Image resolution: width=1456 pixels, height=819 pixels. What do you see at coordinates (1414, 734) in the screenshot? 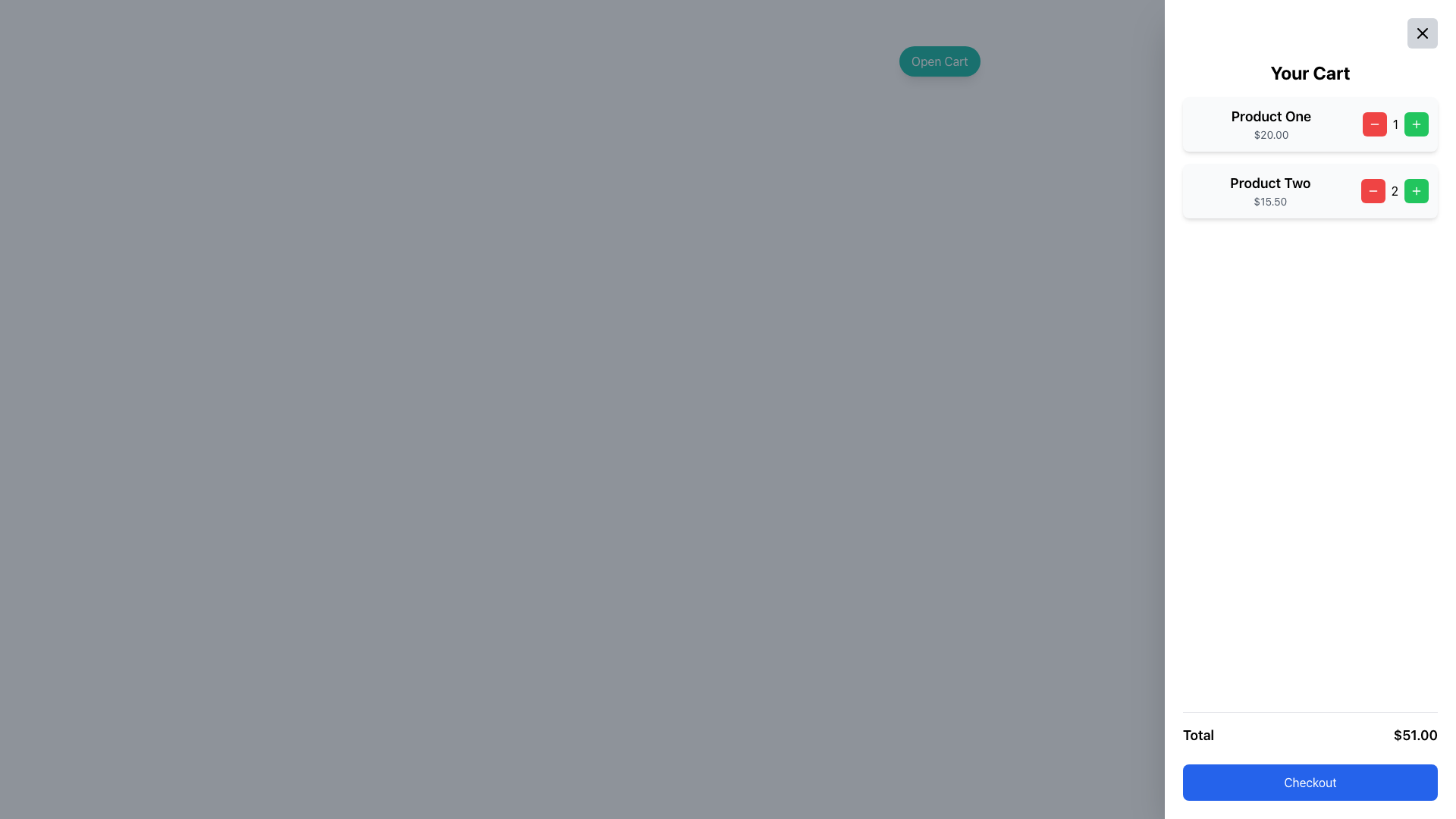
I see `the static display element that shows the total cost of the items in the user's cart, positioned to the far right of the line, directly above the blue 'Checkout' button` at bounding box center [1414, 734].